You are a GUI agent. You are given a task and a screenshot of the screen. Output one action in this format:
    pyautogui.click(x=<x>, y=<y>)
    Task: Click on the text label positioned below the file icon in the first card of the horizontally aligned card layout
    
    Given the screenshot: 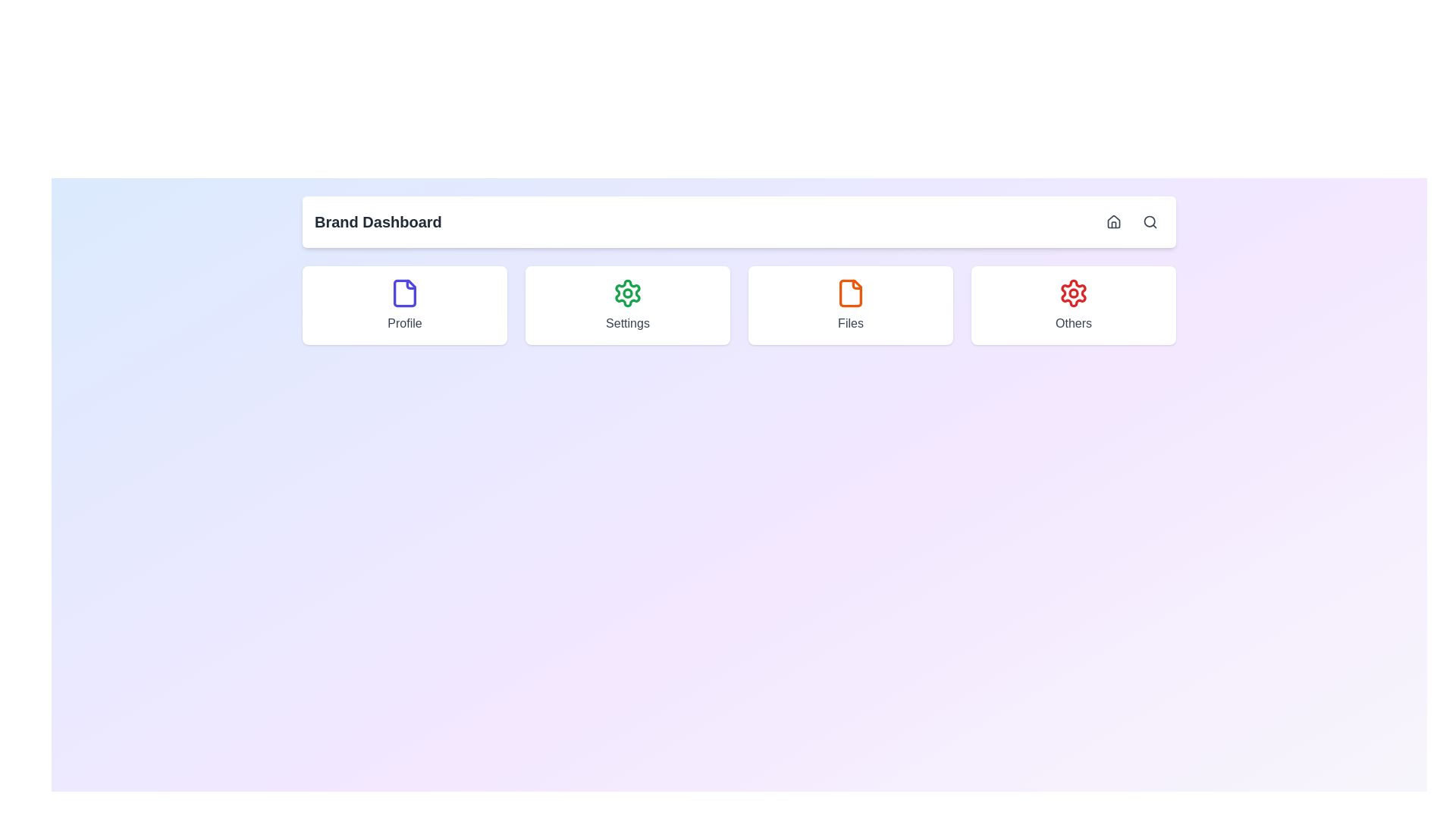 What is the action you would take?
    pyautogui.click(x=404, y=323)
    